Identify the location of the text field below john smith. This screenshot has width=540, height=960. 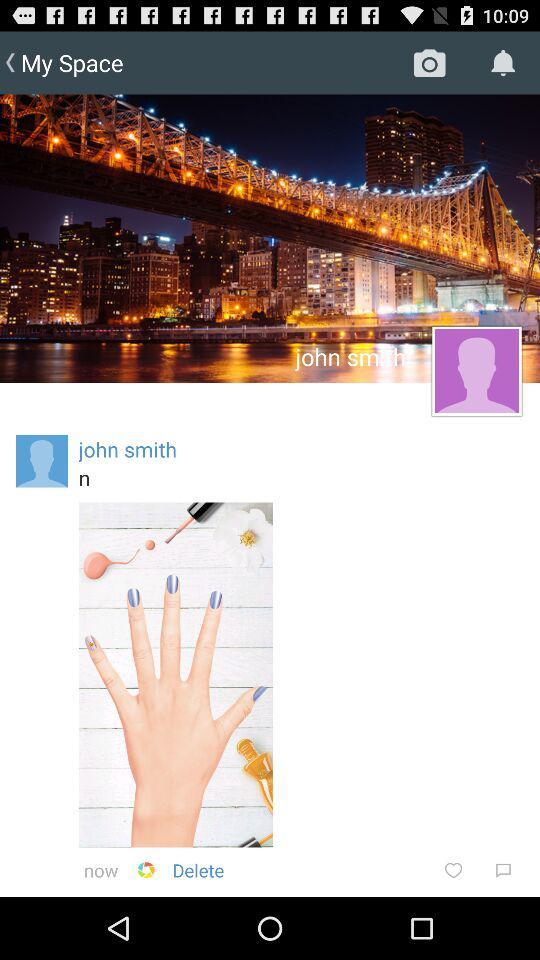
(300, 477).